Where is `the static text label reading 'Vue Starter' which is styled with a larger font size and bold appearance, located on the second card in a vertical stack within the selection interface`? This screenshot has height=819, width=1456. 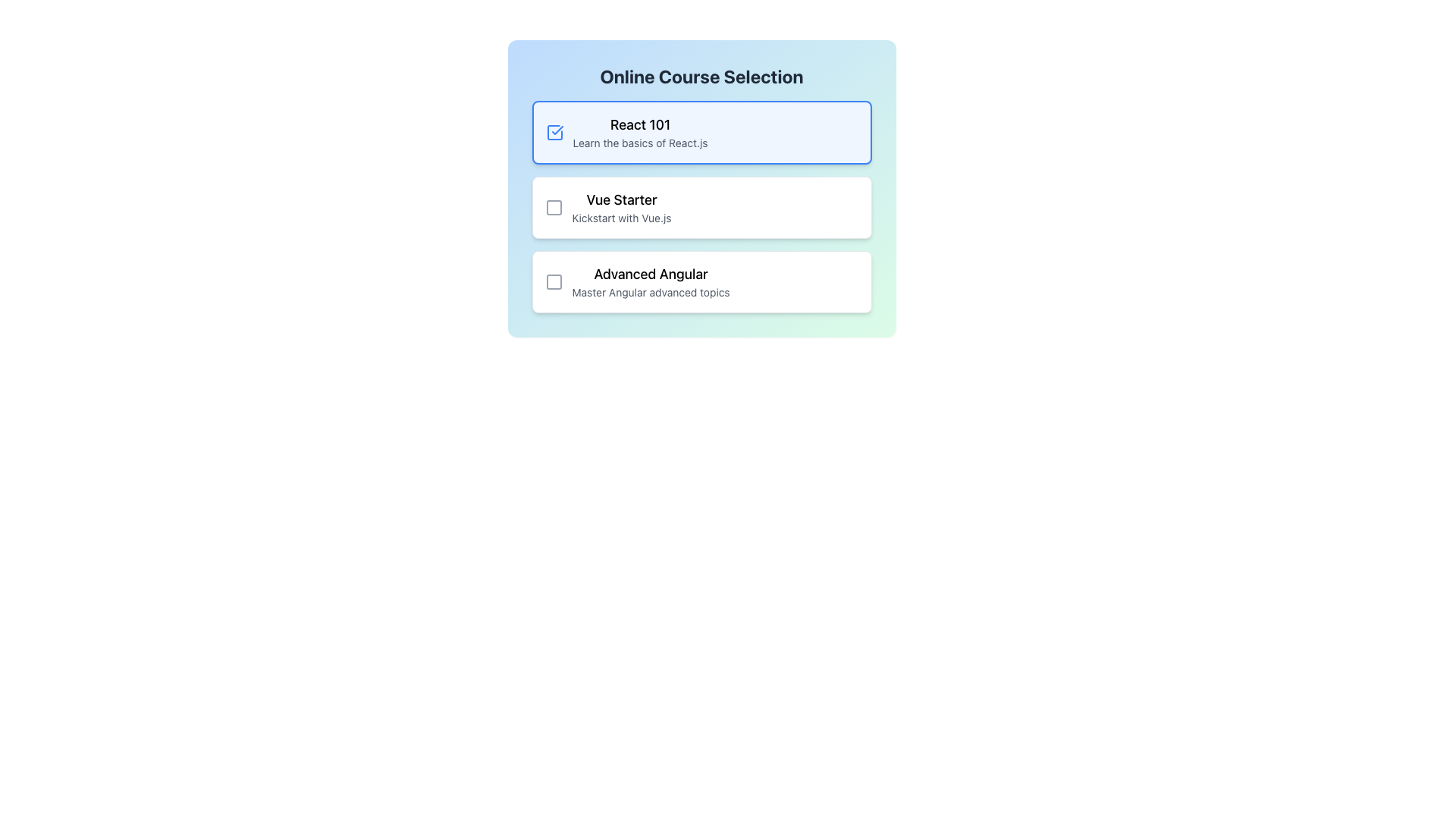
the static text label reading 'Vue Starter' which is styled with a larger font size and bold appearance, located on the second card in a vertical stack within the selection interface is located at coordinates (622, 199).